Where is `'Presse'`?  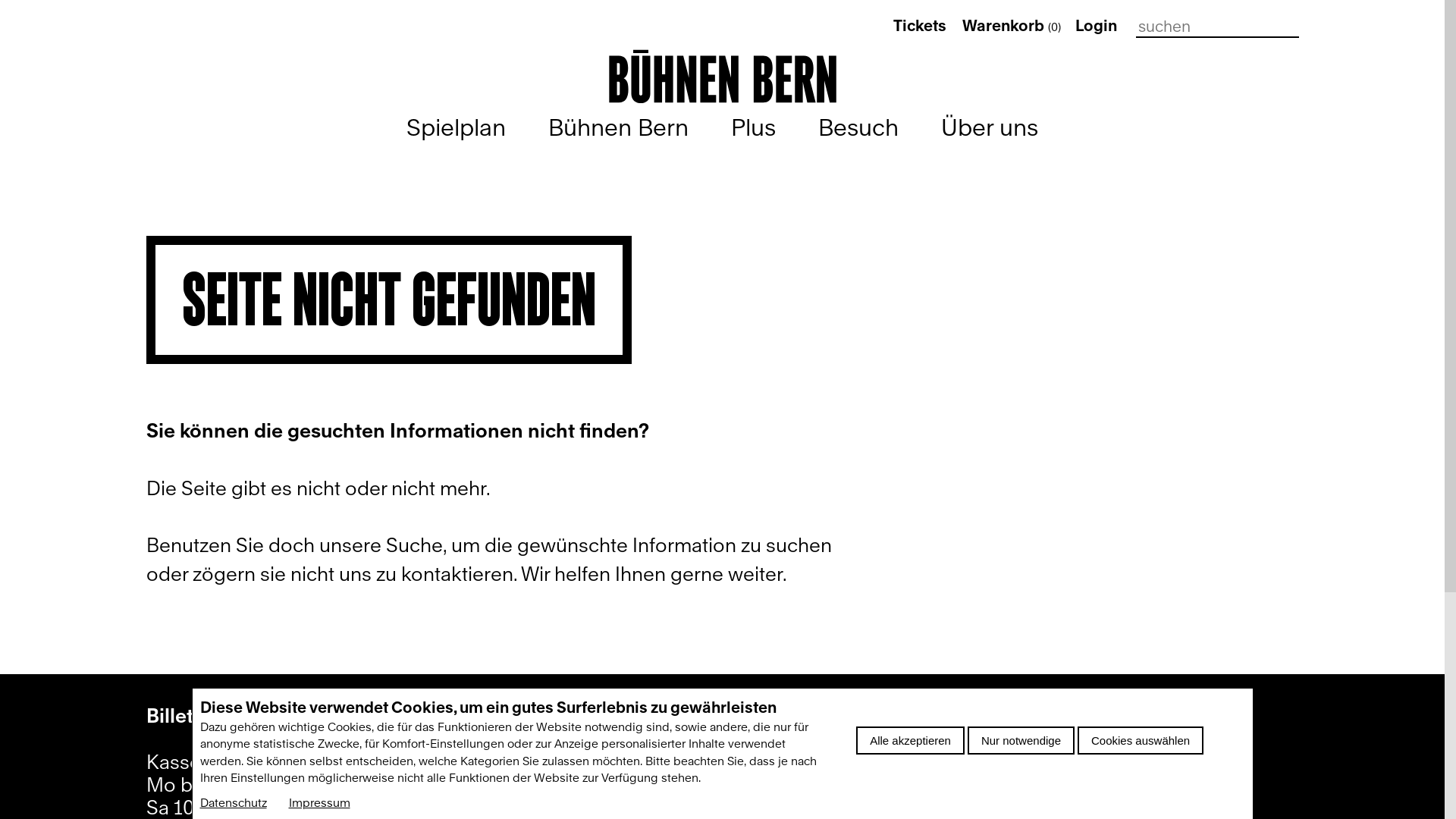 'Presse' is located at coordinates (969, 761).